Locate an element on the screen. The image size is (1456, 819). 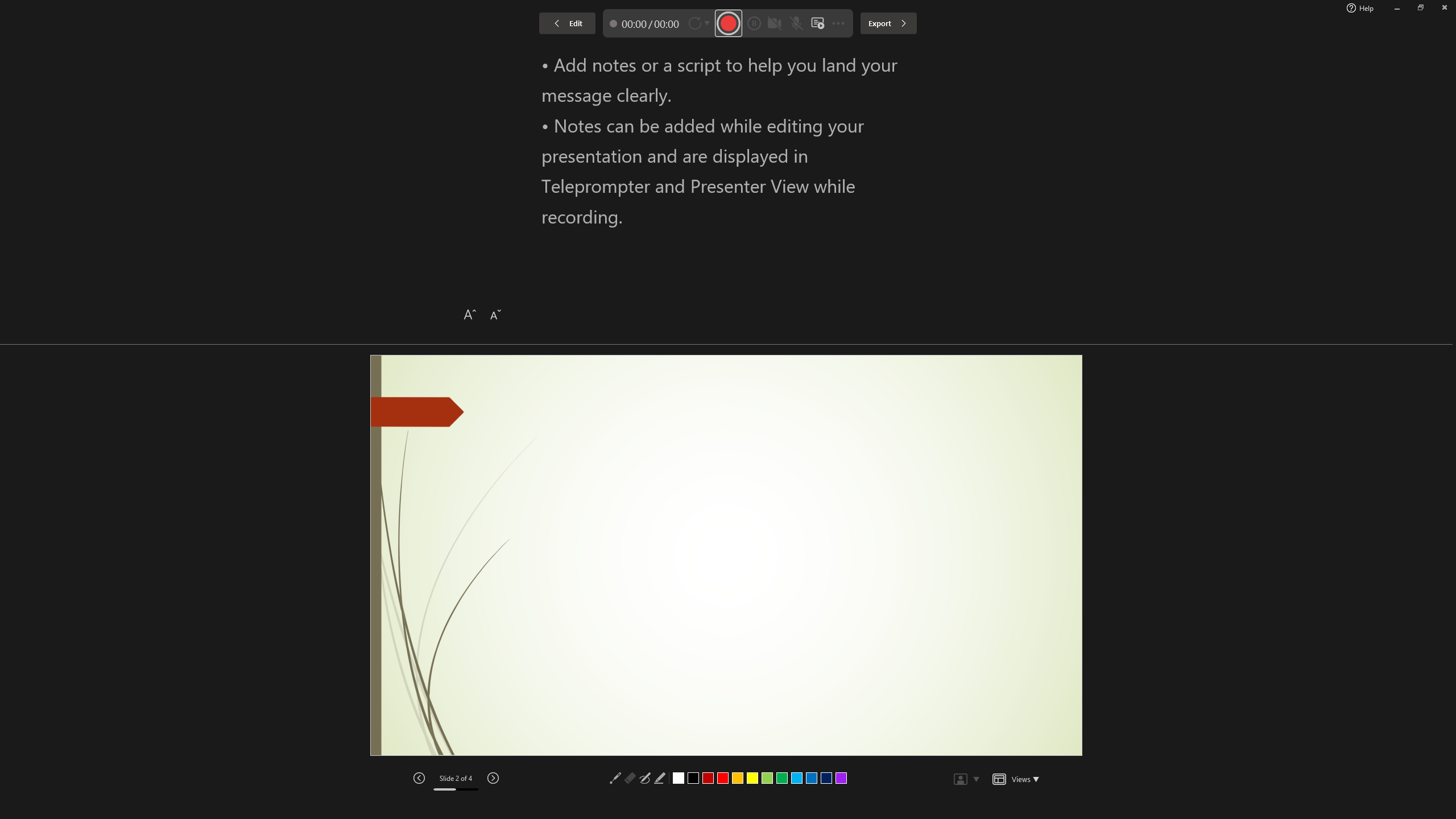
'Zoom 154%' is located at coordinates (1430, 790).